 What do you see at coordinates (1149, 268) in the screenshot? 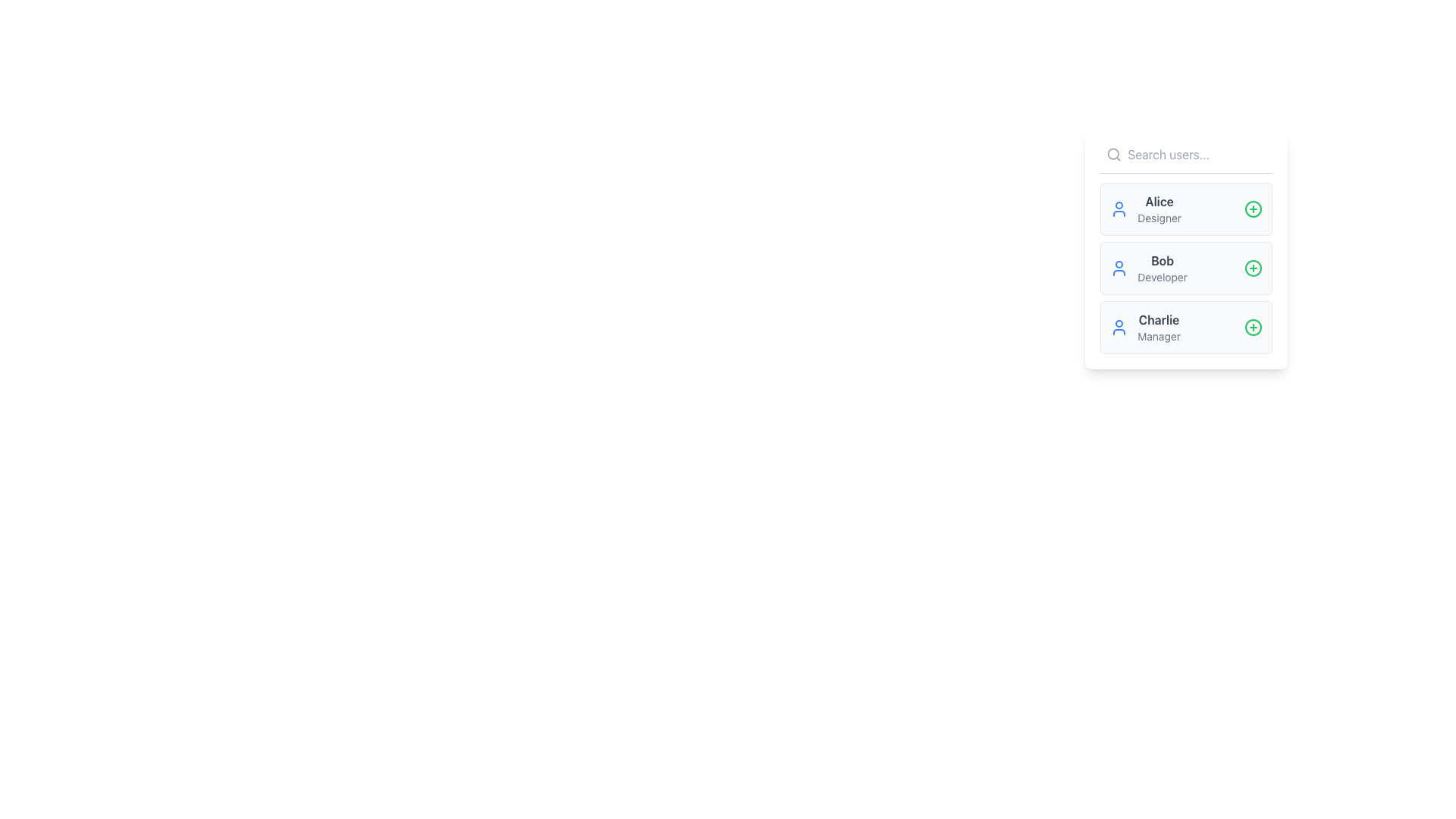
I see `the User Information Card for user 'Bob', the second card in the list of user profiles, which represents a Developer` at bounding box center [1149, 268].